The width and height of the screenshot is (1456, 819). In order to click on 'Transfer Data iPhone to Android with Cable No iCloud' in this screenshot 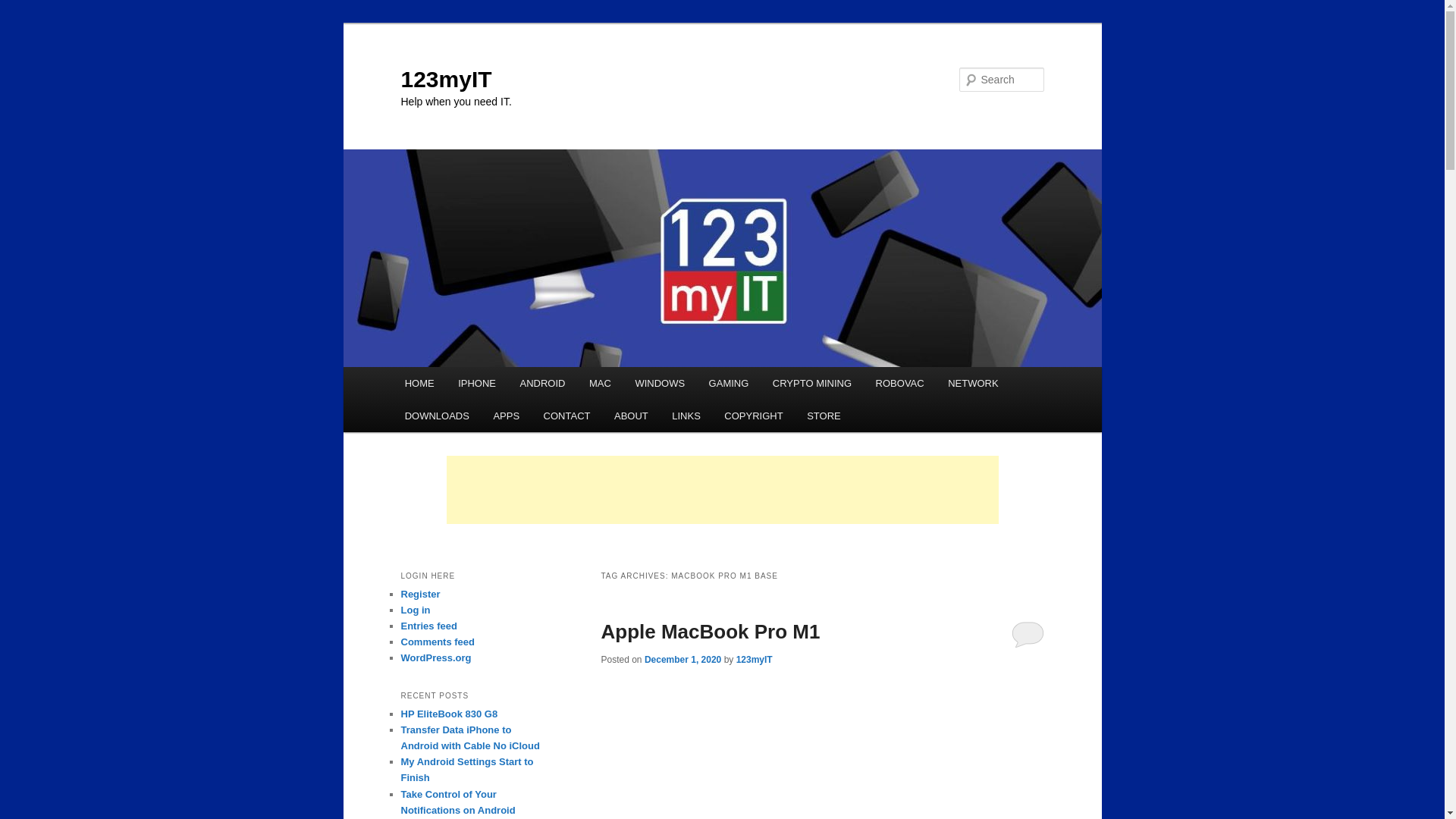, I will do `click(469, 736)`.